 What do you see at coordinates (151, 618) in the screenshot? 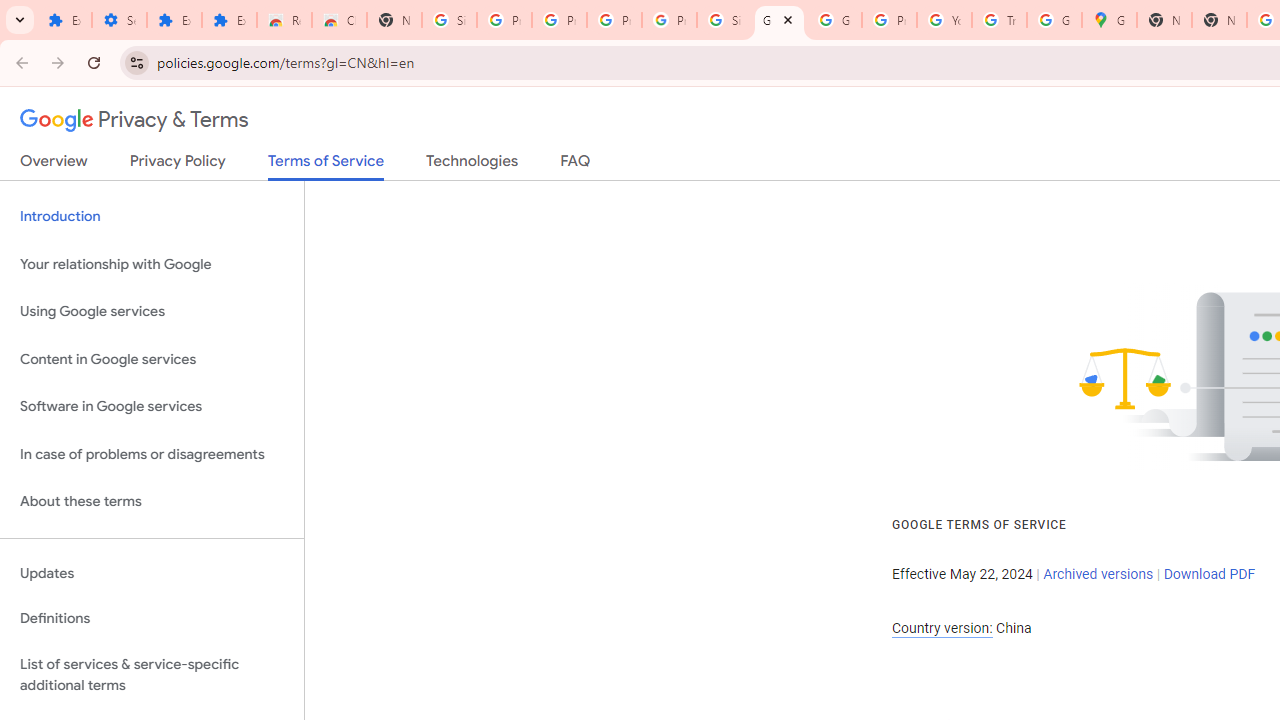
I see `'Definitions'` at bounding box center [151, 618].